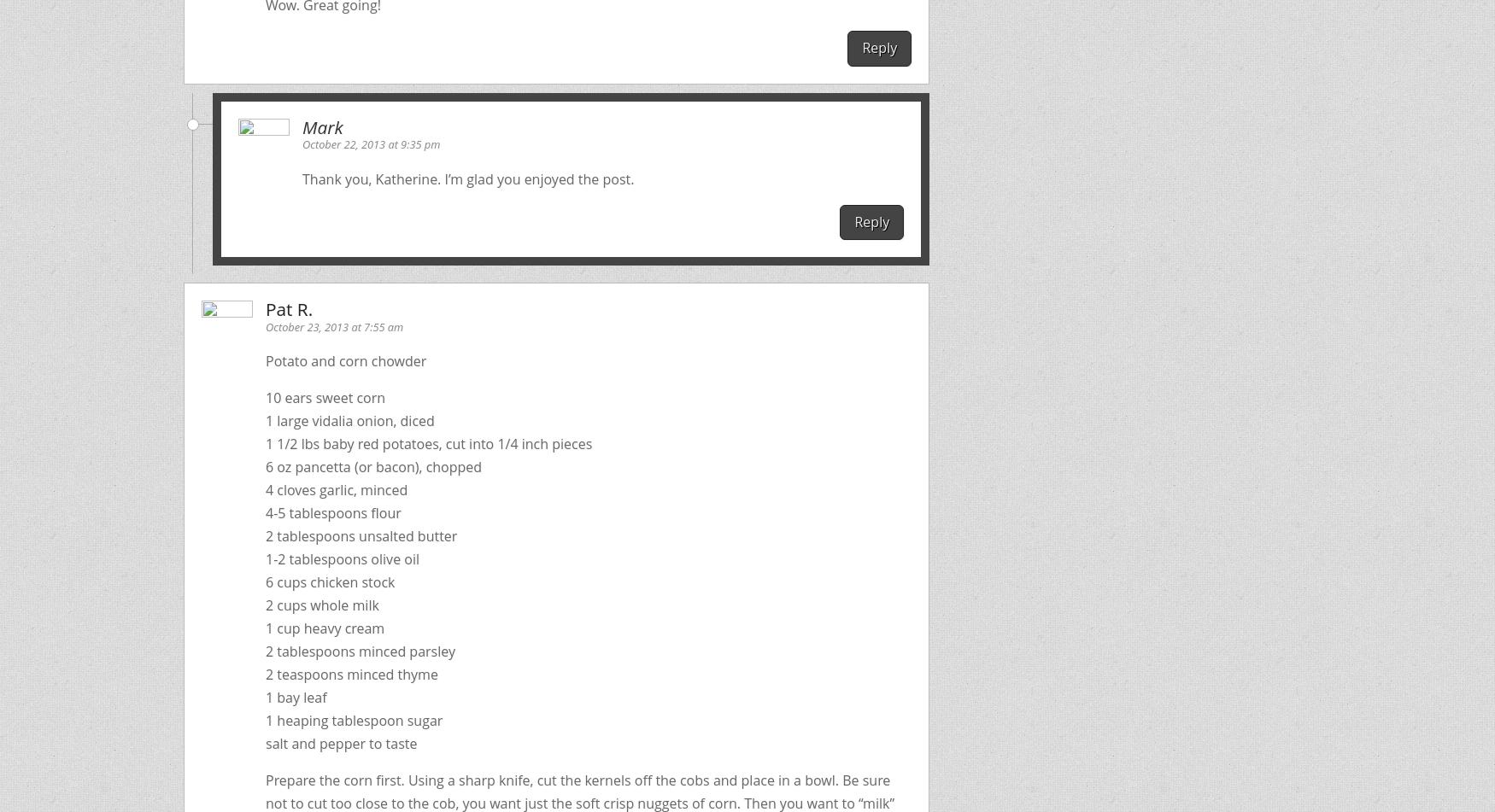  Describe the element at coordinates (350, 673) in the screenshot. I see `'2 teaspoons minced thyme'` at that location.